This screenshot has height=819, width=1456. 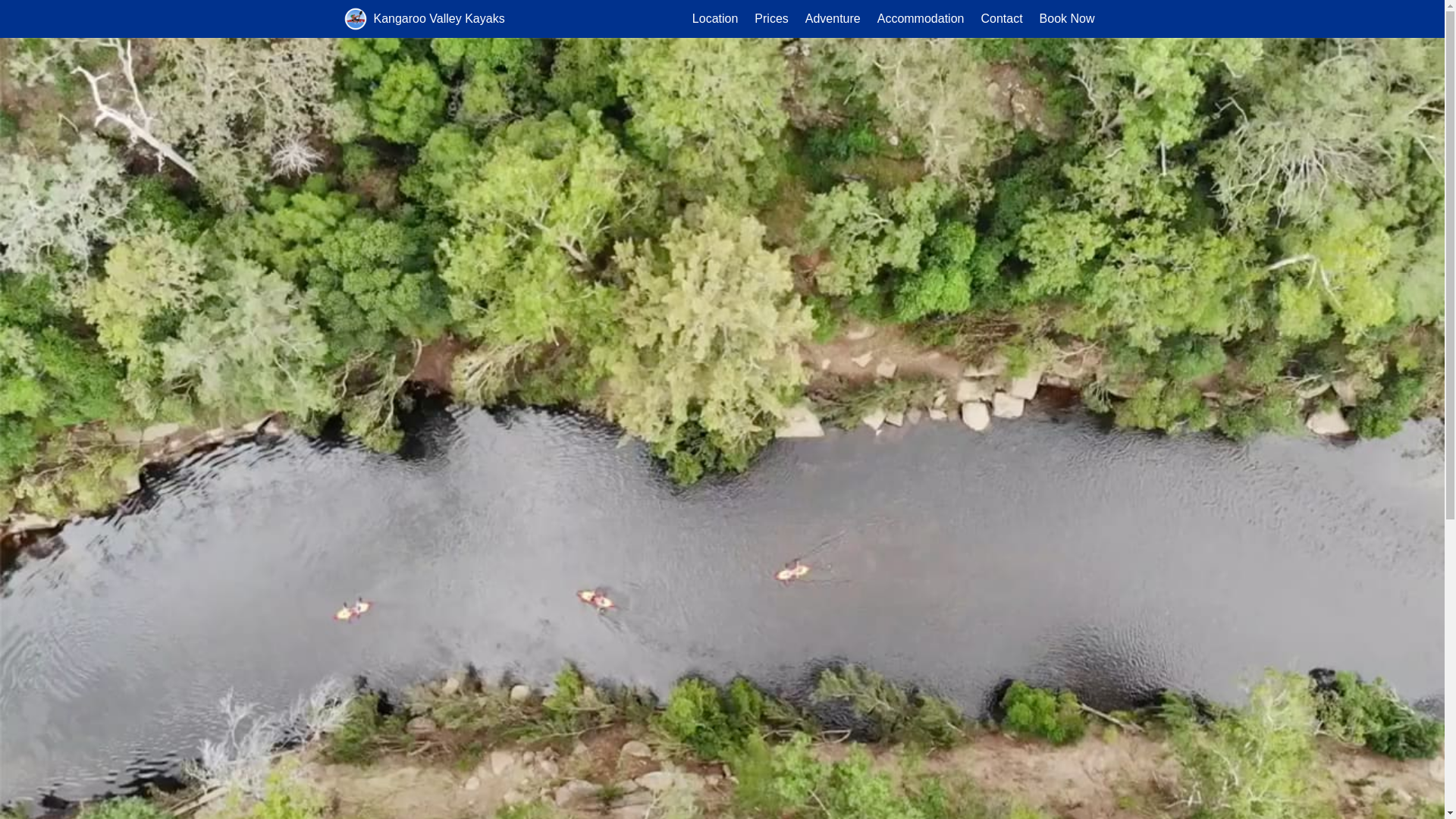 I want to click on 'Book Now', so click(x=1066, y=18).